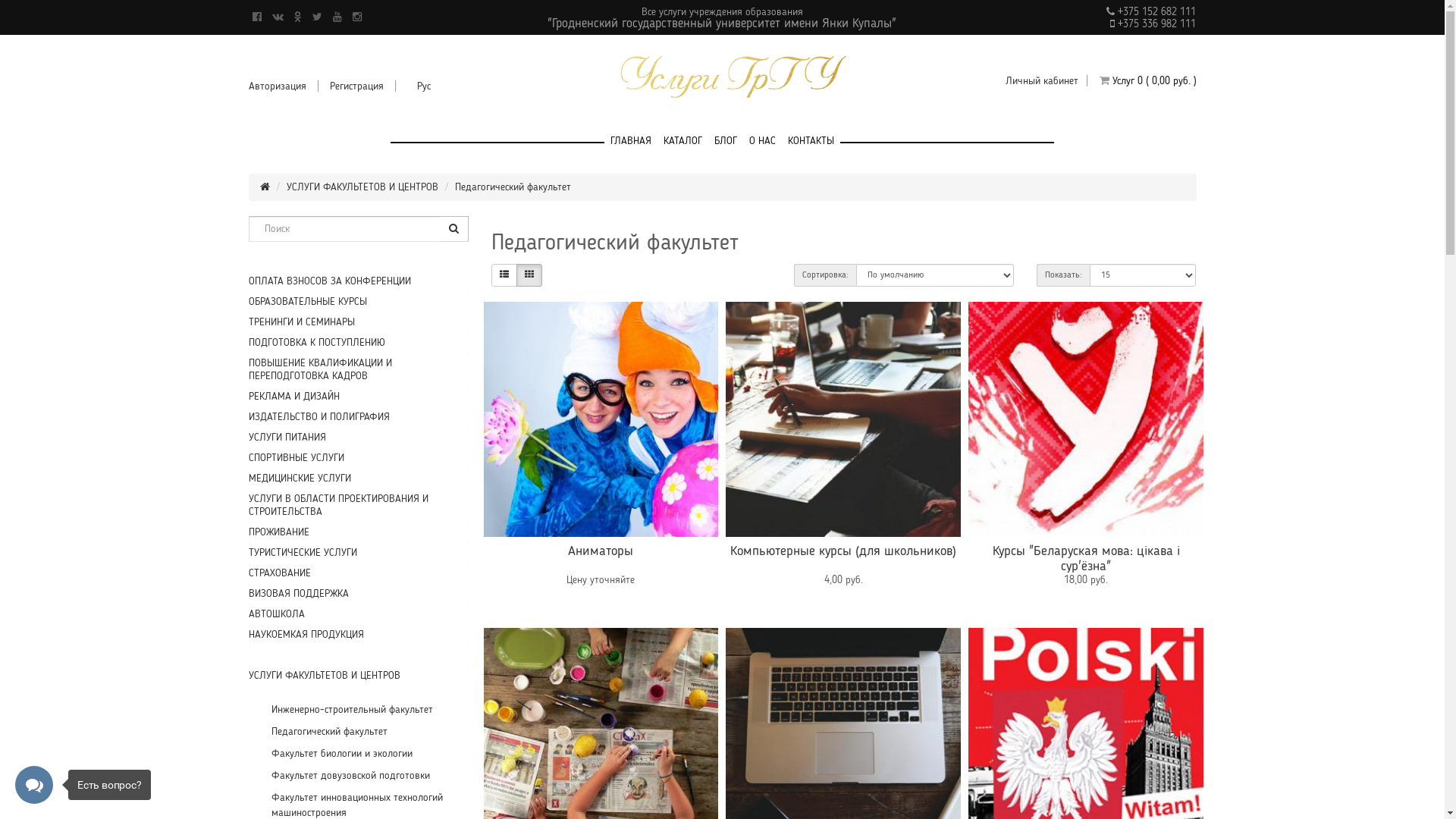 The width and height of the screenshot is (1456, 819). What do you see at coordinates (1154, 11) in the screenshot?
I see `'+375 152 682 111'` at bounding box center [1154, 11].